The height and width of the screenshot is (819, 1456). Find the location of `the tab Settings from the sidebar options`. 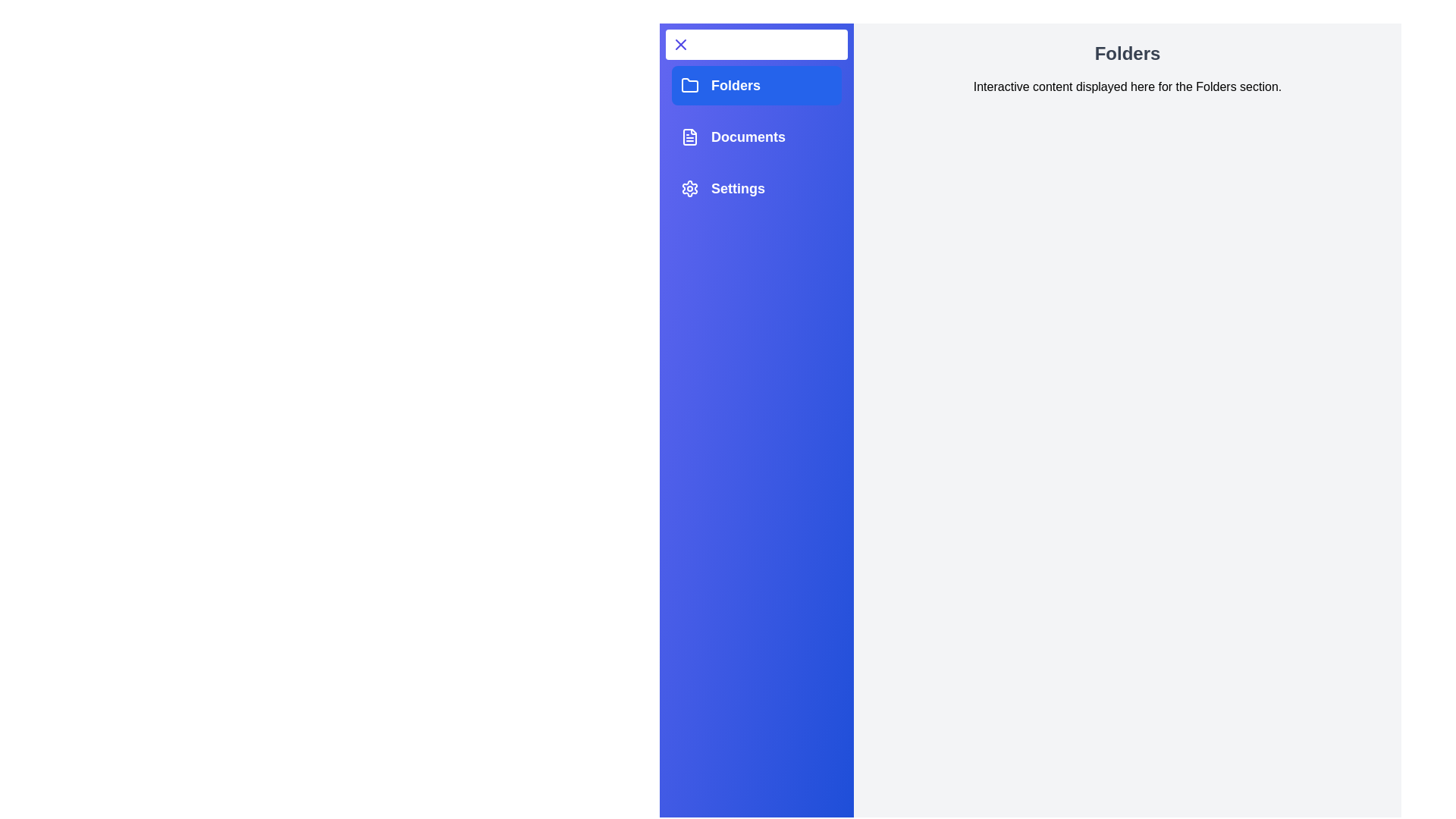

the tab Settings from the sidebar options is located at coordinates (757, 188).